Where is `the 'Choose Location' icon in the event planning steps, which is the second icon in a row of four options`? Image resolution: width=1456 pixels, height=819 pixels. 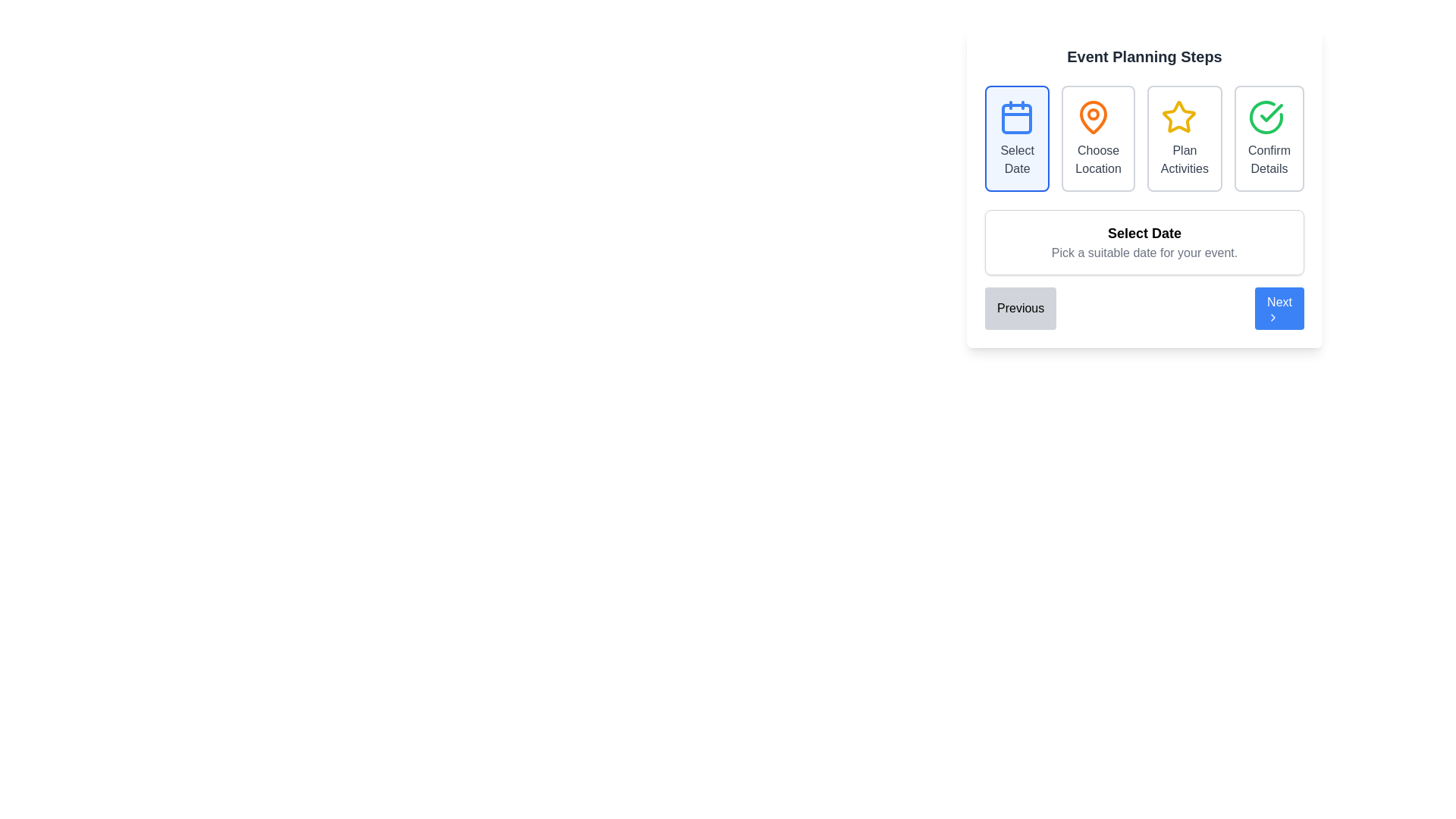 the 'Choose Location' icon in the event planning steps, which is the second icon in a row of four options is located at coordinates (1094, 116).